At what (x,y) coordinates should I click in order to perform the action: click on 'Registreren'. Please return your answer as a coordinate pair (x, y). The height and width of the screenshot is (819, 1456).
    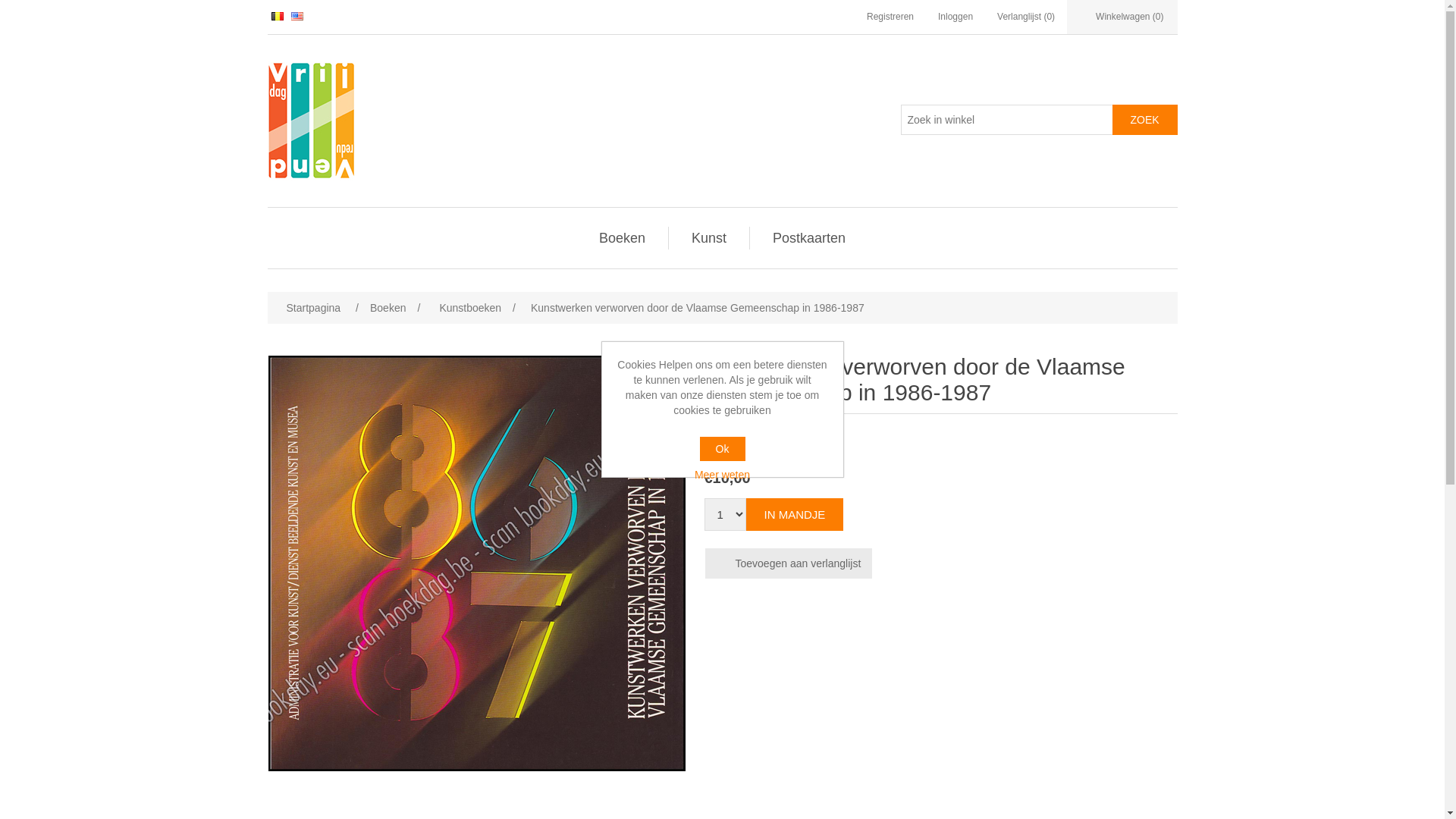
    Looking at the image, I should click on (890, 17).